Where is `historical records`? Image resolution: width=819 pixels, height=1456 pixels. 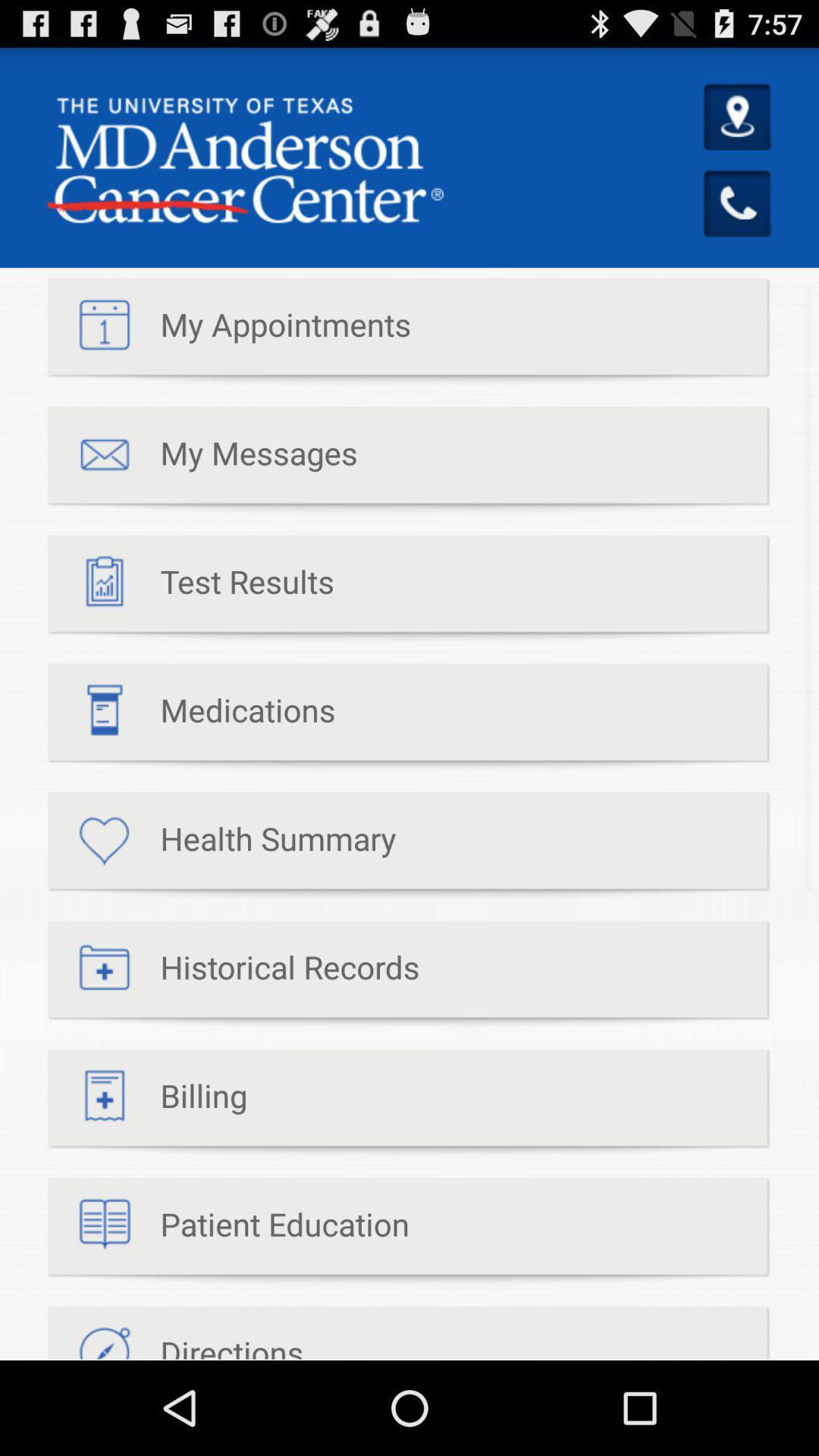
historical records is located at coordinates (234, 974).